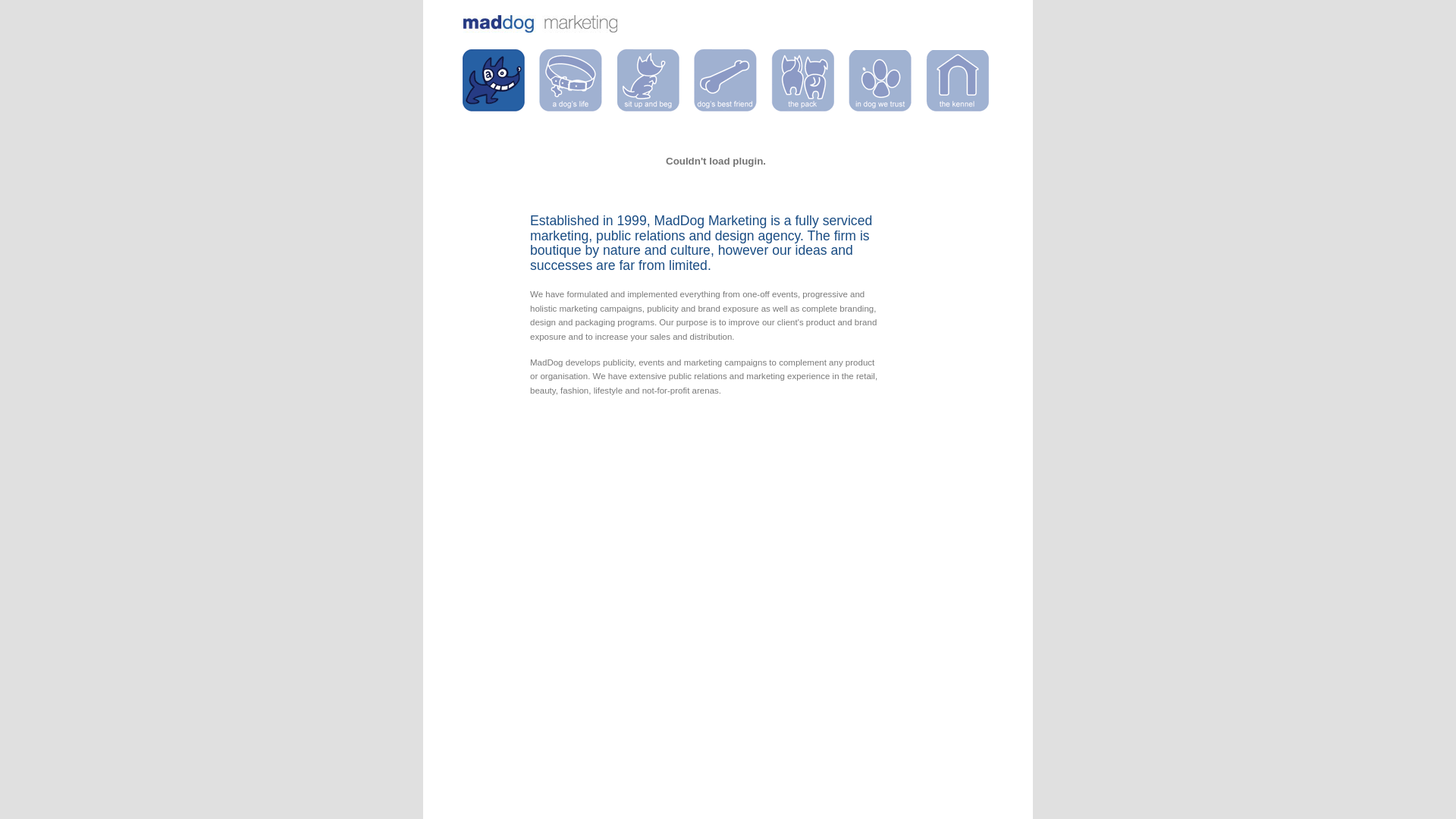 The height and width of the screenshot is (819, 1456). What do you see at coordinates (715, 161) in the screenshot?
I see `'MadDog Flash animation'` at bounding box center [715, 161].